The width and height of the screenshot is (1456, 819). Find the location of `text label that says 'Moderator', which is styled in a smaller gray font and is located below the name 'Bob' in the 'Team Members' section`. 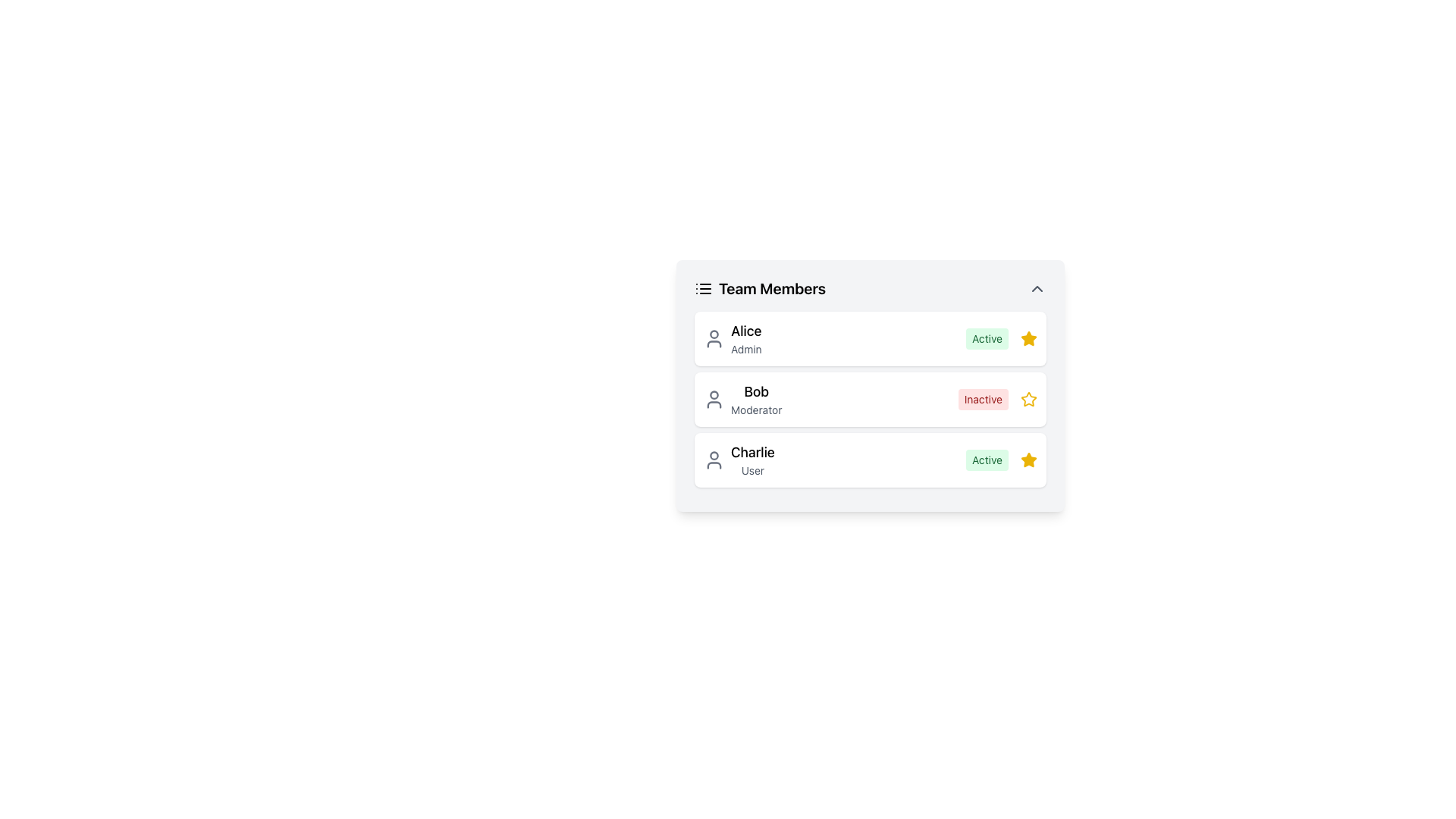

text label that says 'Moderator', which is styled in a smaller gray font and is located below the name 'Bob' in the 'Team Members' section is located at coordinates (756, 409).